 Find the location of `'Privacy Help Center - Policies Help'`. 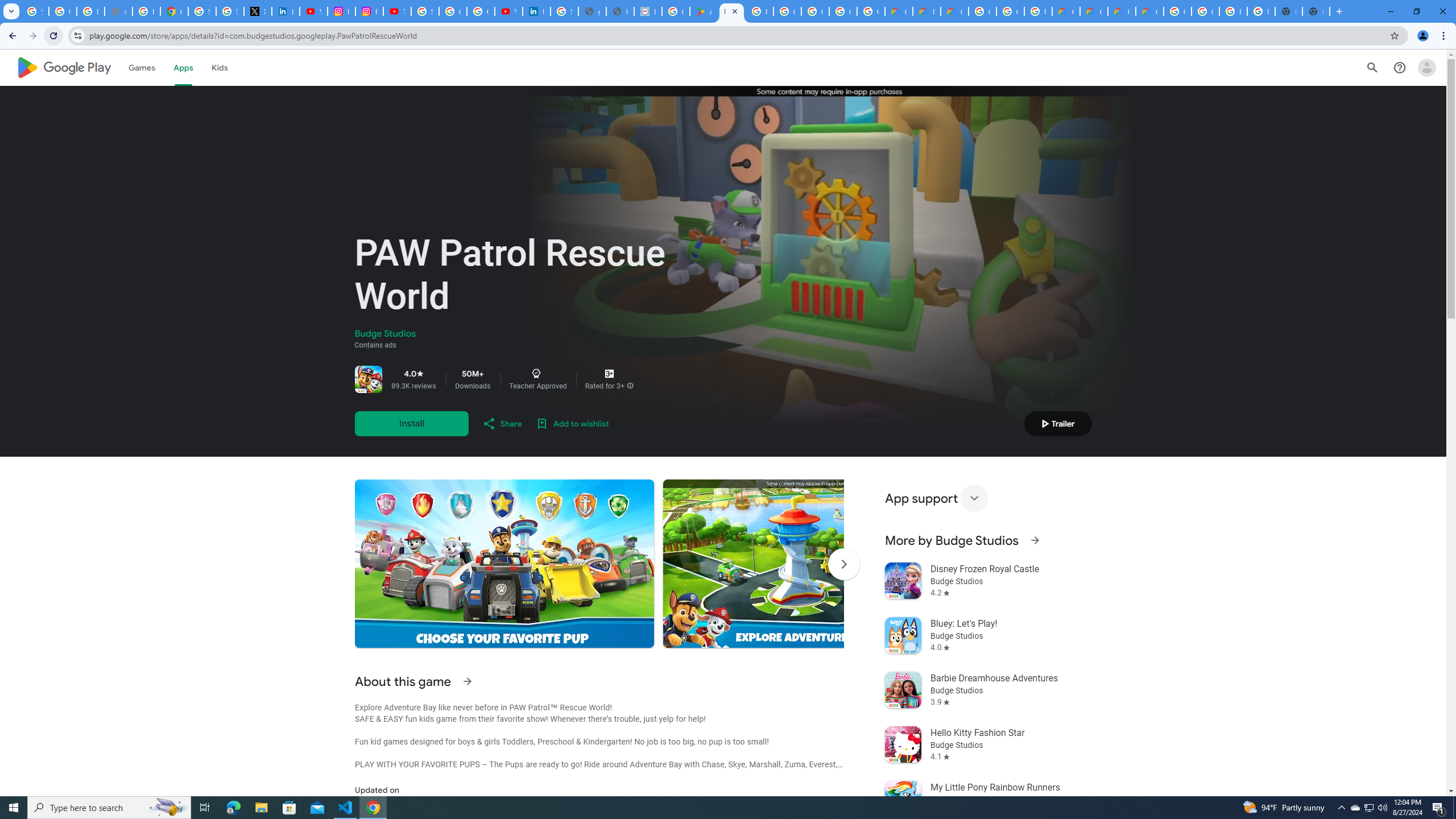

'Privacy Help Center - Policies Help' is located at coordinates (146, 11).